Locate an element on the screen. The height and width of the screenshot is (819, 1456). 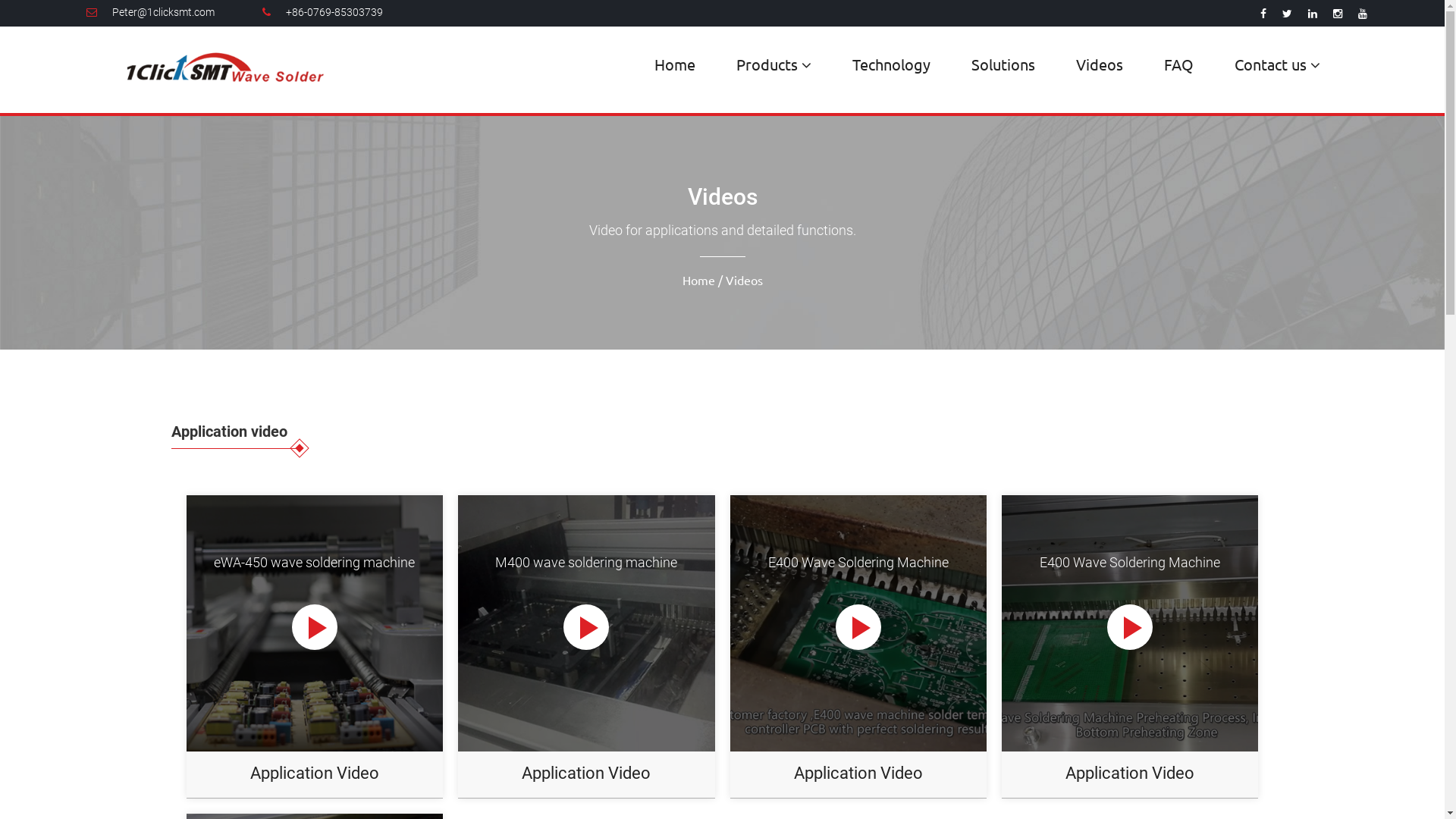
'Videos' is located at coordinates (1099, 63).